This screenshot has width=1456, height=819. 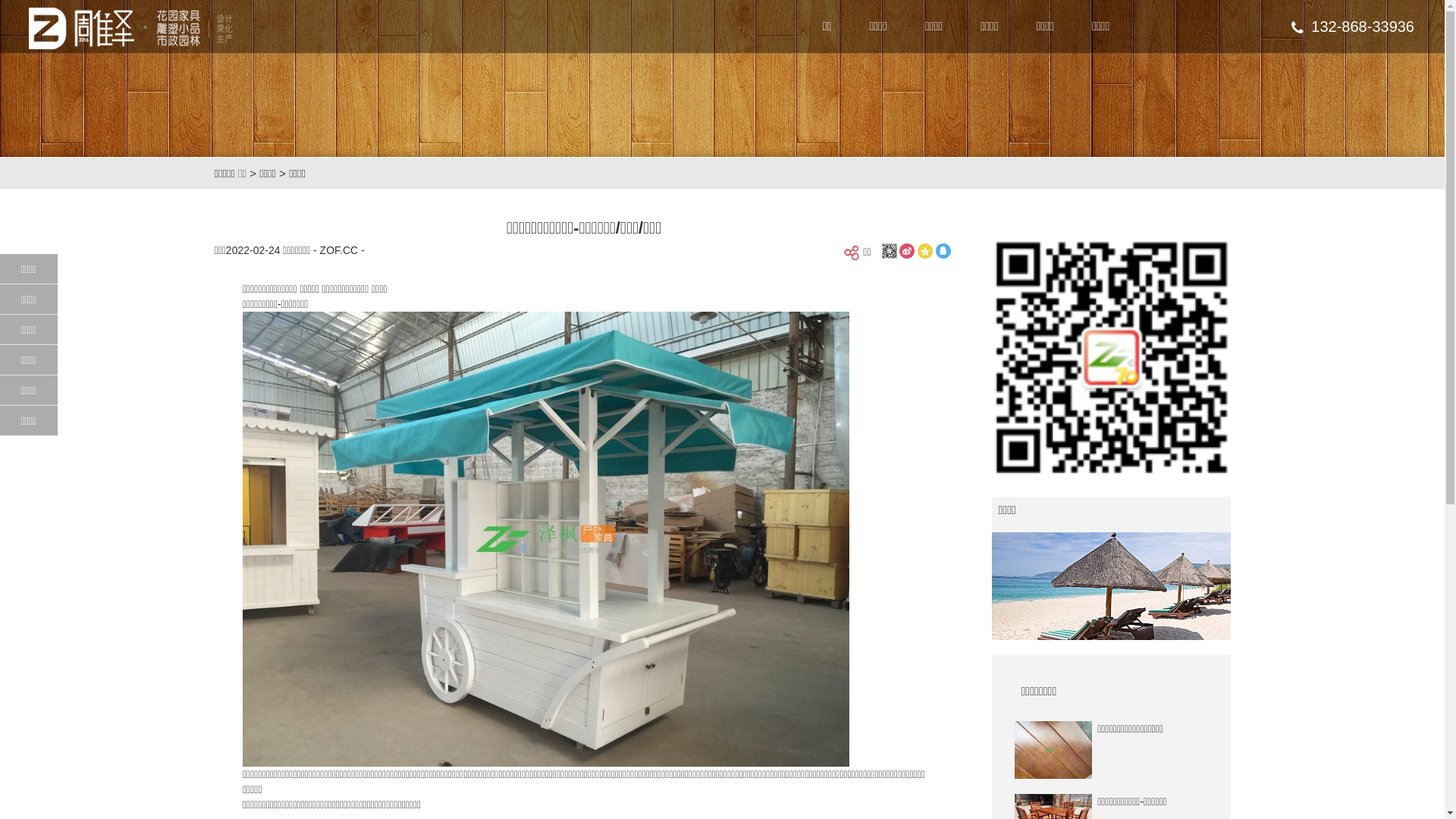 I want to click on '132-868-33936', so click(x=1291, y=26).